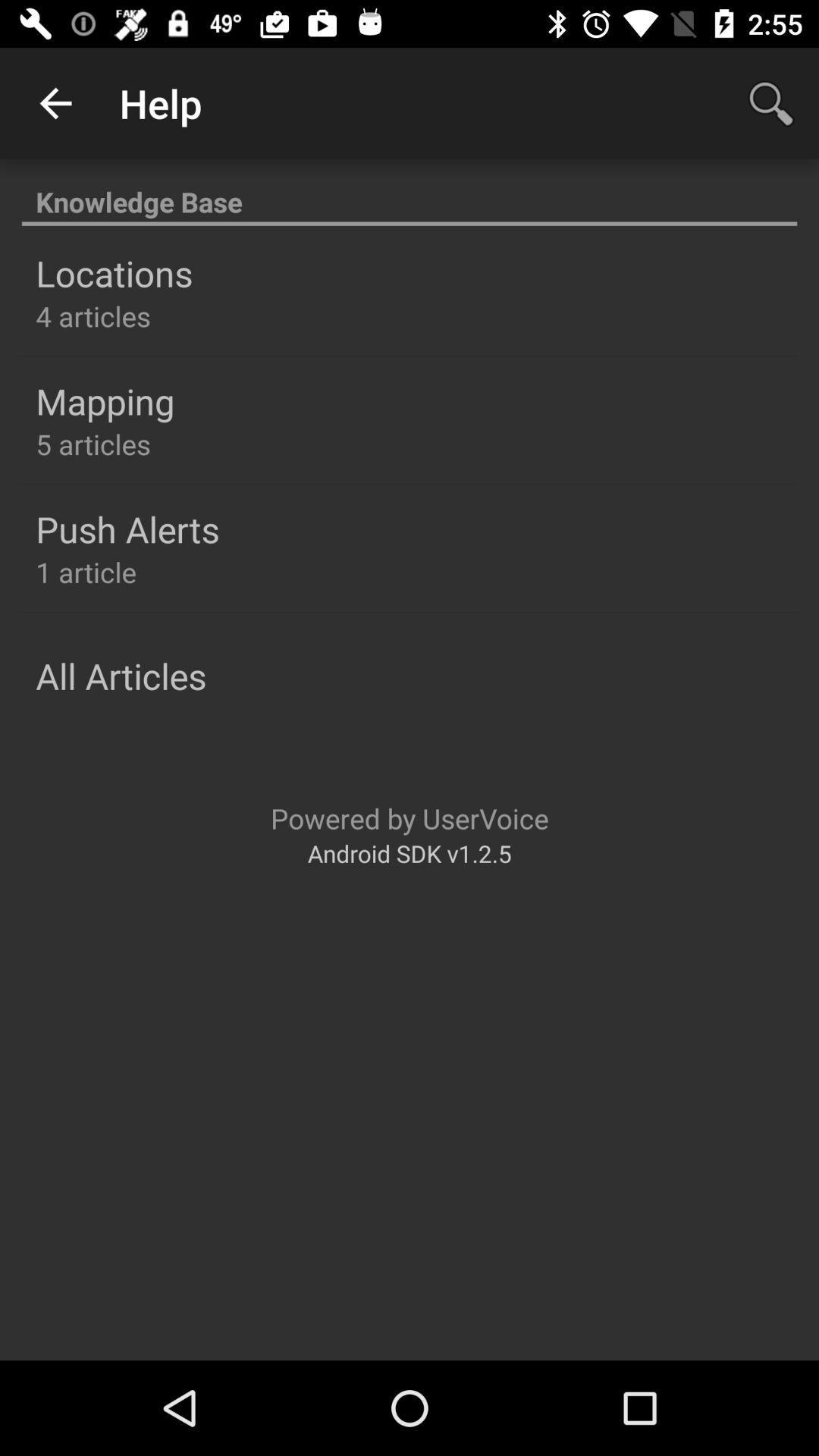  Describe the element at coordinates (771, 102) in the screenshot. I see `the item above knowledge base` at that location.